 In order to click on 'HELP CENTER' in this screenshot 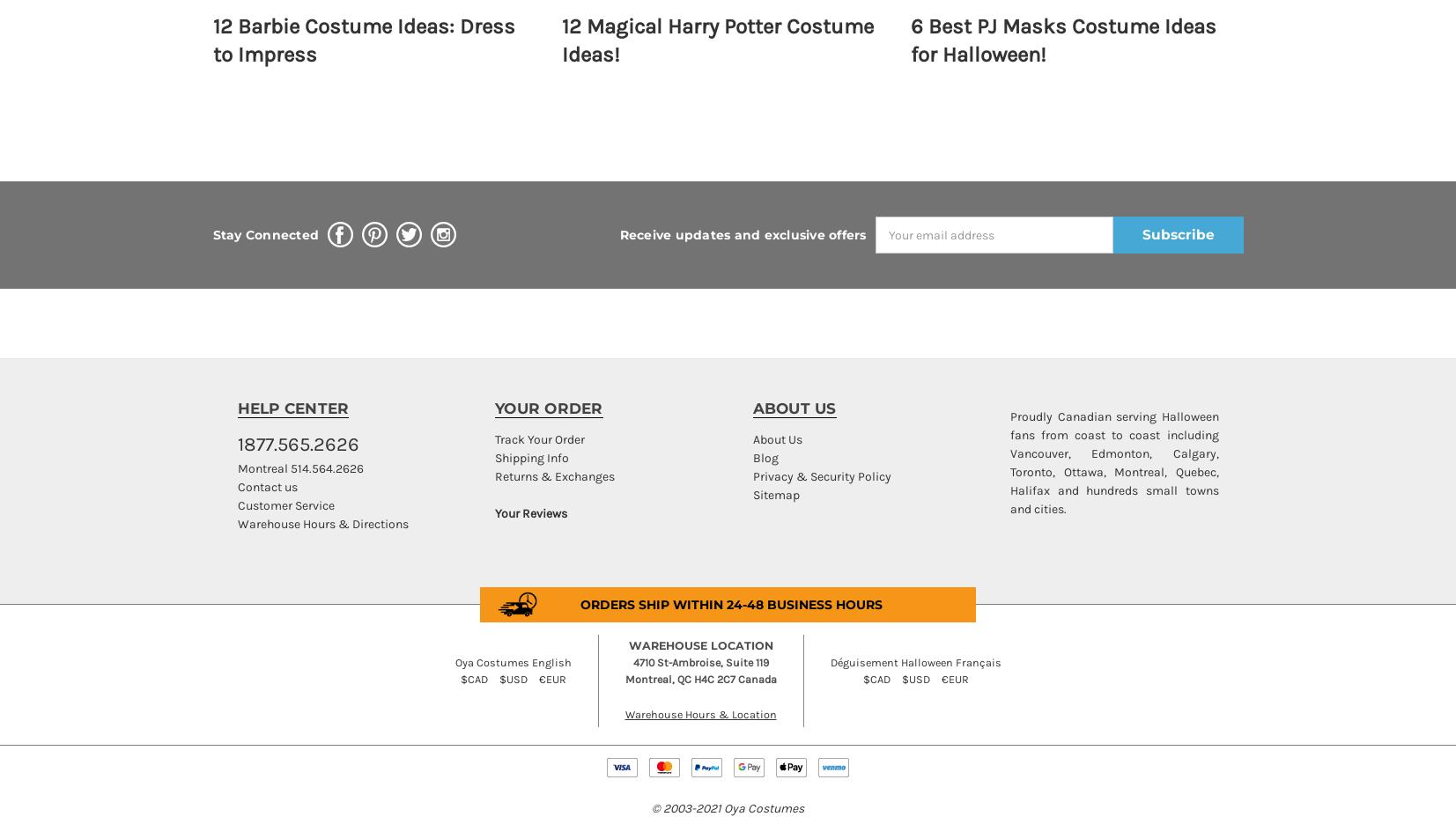, I will do `click(292, 408)`.